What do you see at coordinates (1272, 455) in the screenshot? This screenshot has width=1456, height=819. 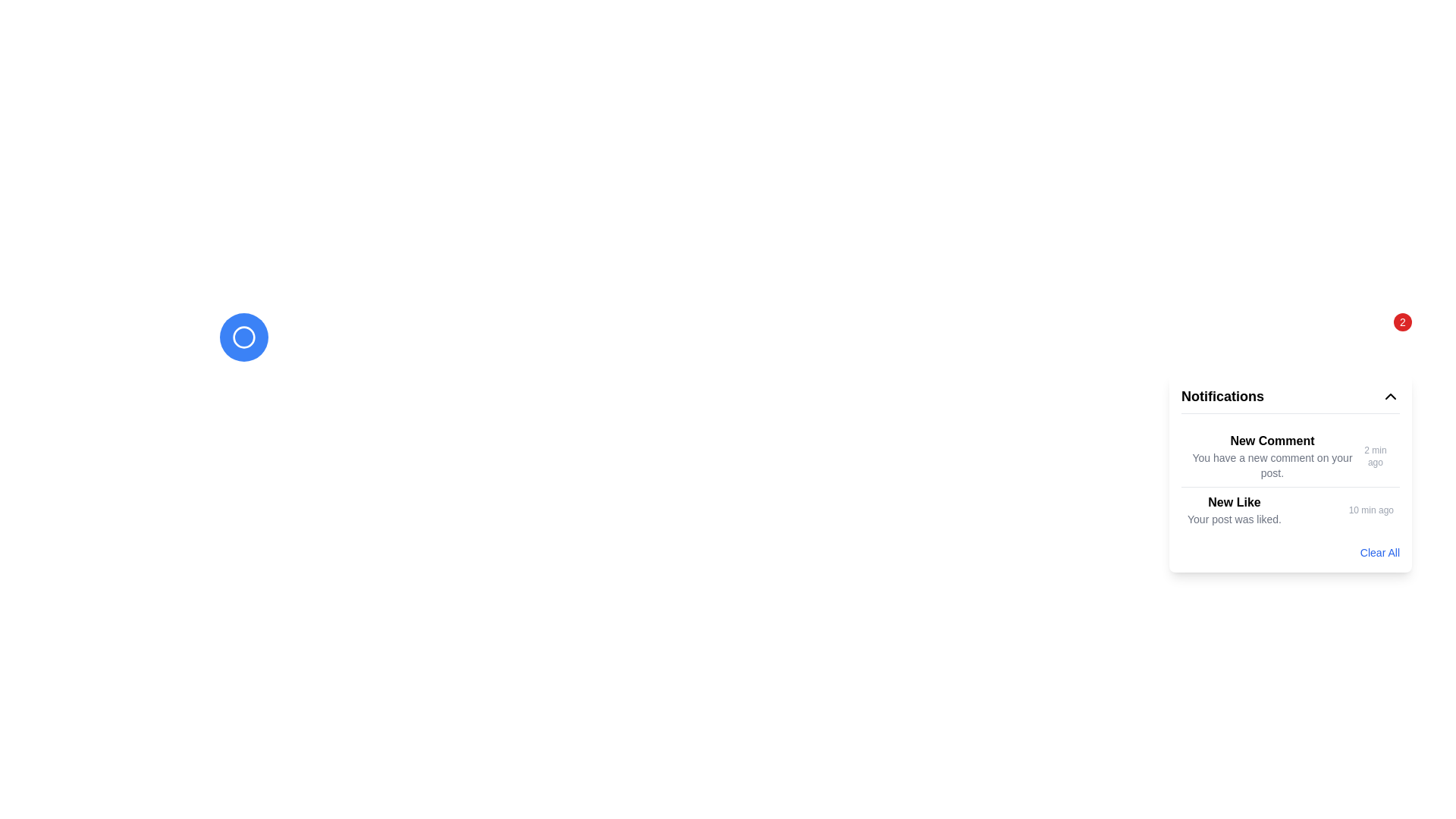 I see `notification titled 'New Comment' which indicates that there is a new comment on your post, located at the top of the notifications list` at bounding box center [1272, 455].